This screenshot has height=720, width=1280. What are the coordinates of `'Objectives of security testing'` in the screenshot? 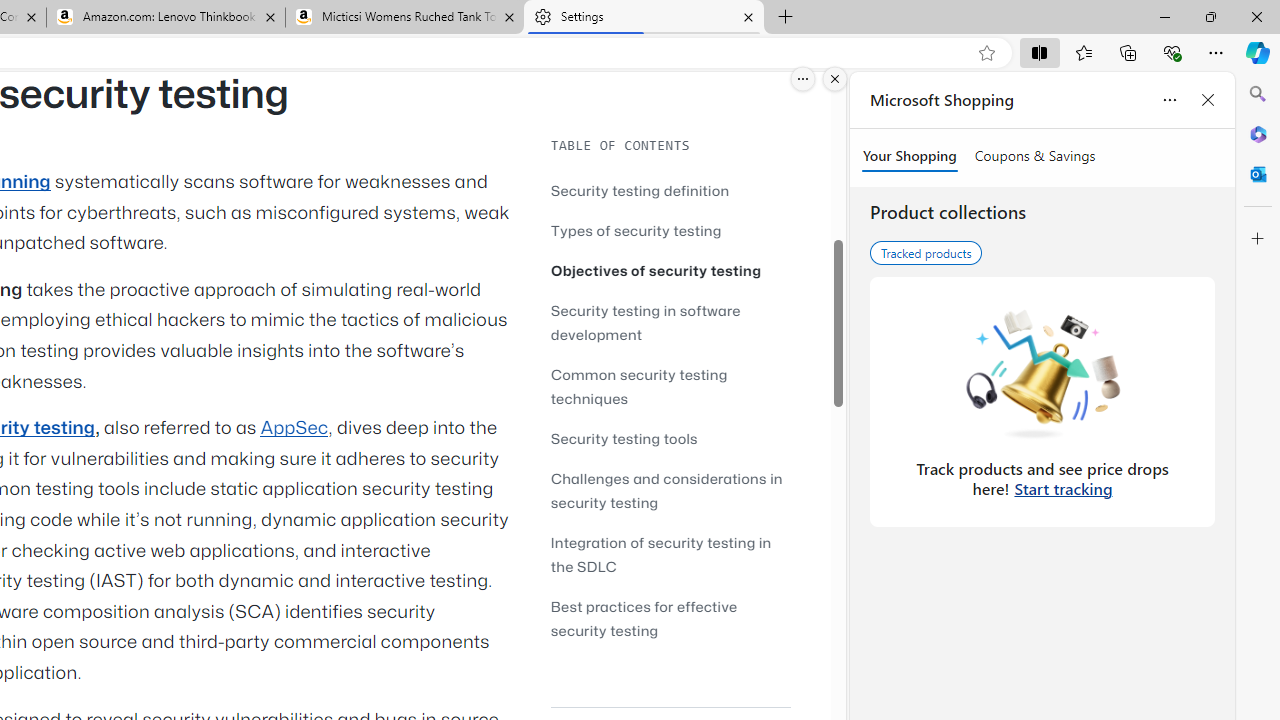 It's located at (670, 270).